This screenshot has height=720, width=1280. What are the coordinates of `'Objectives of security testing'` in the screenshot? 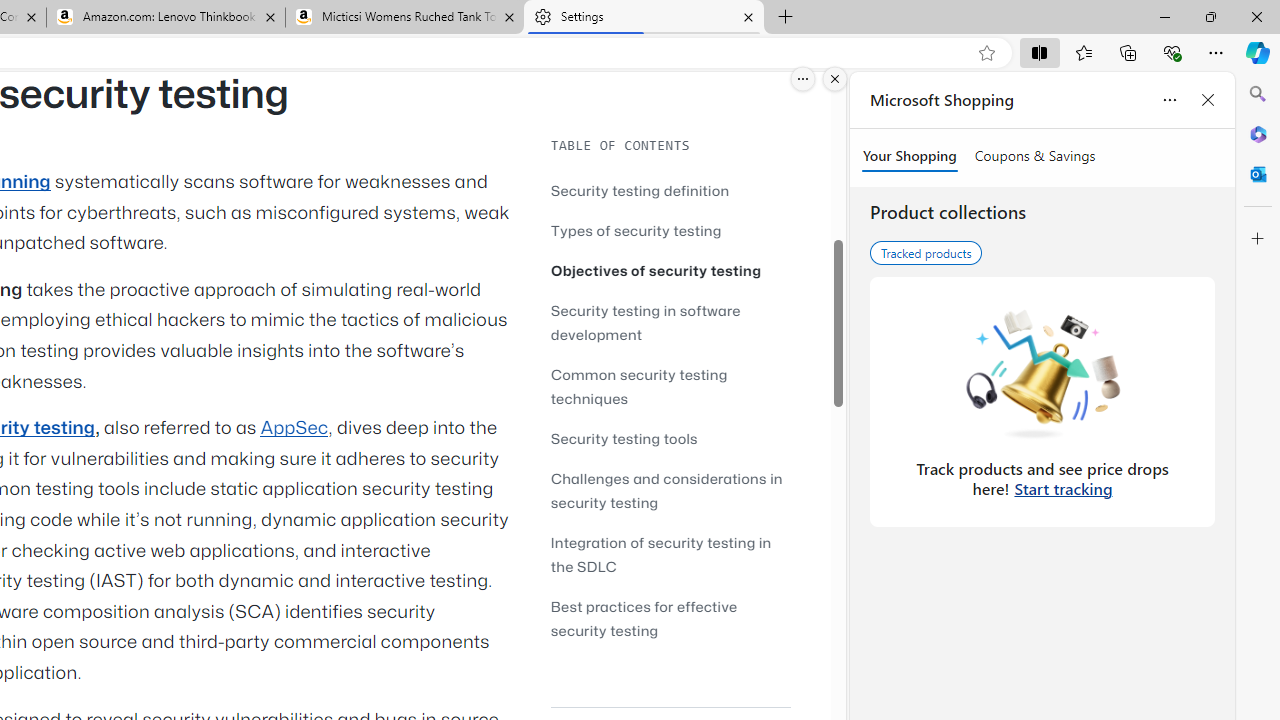 It's located at (670, 270).